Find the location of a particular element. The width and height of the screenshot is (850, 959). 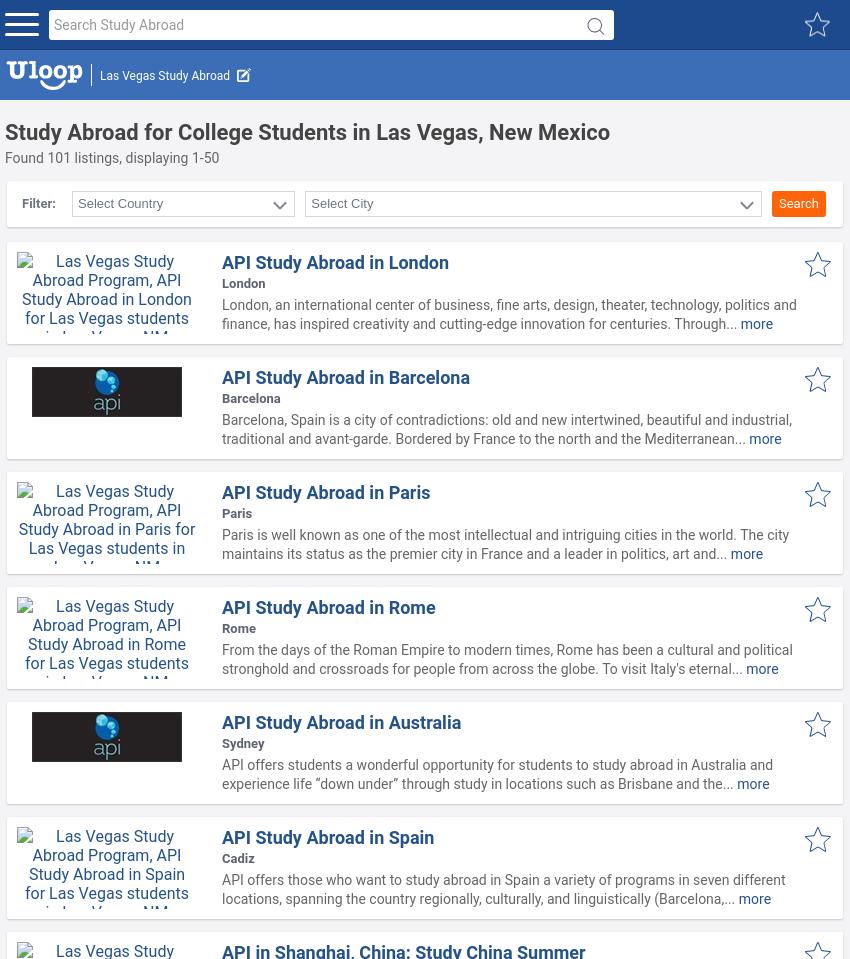

'Search' is located at coordinates (797, 202).